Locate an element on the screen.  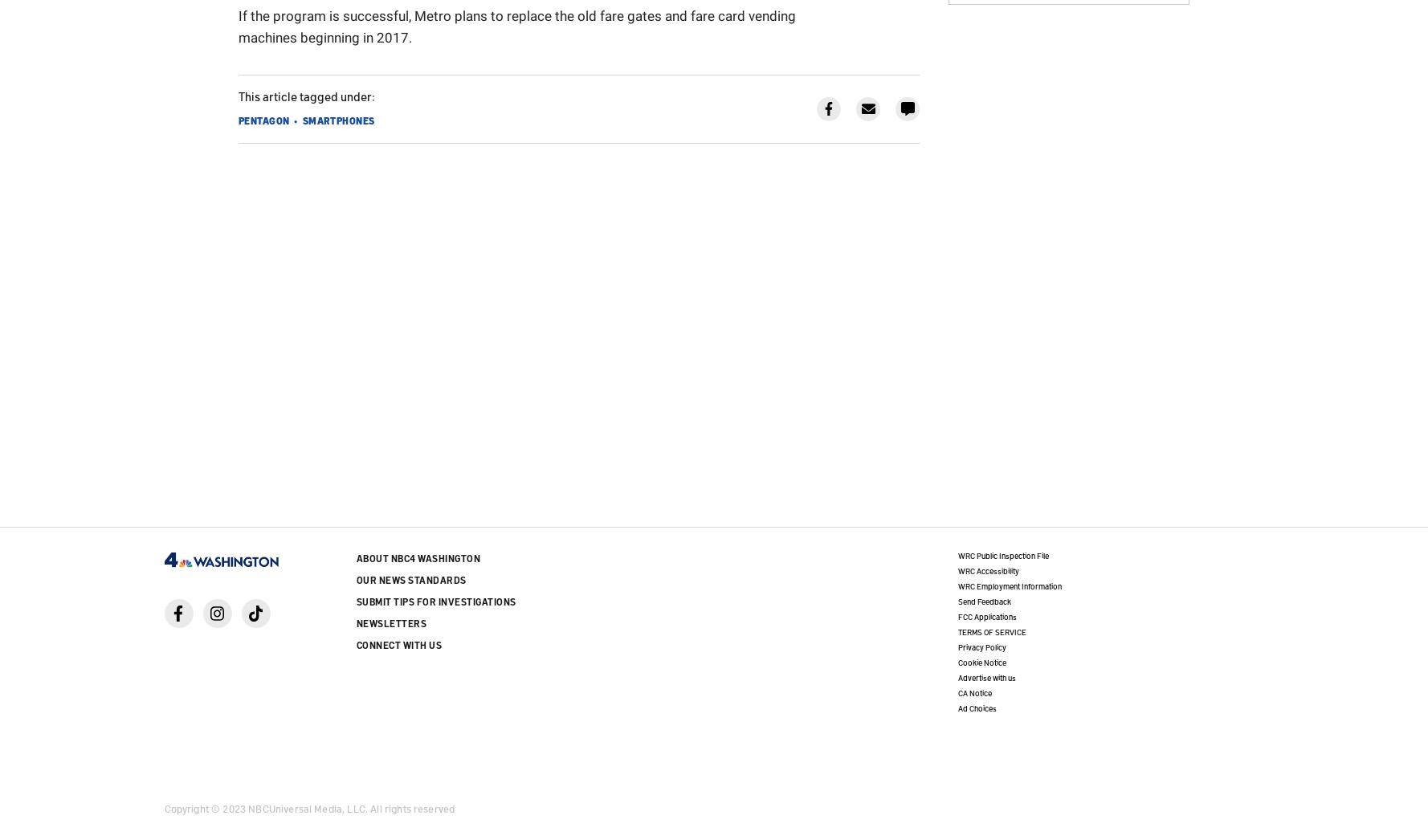
'If the program is successful, Metro plans to replace the old fare gates and fare card vending machines beginning in 2017.' is located at coordinates (516, 25).